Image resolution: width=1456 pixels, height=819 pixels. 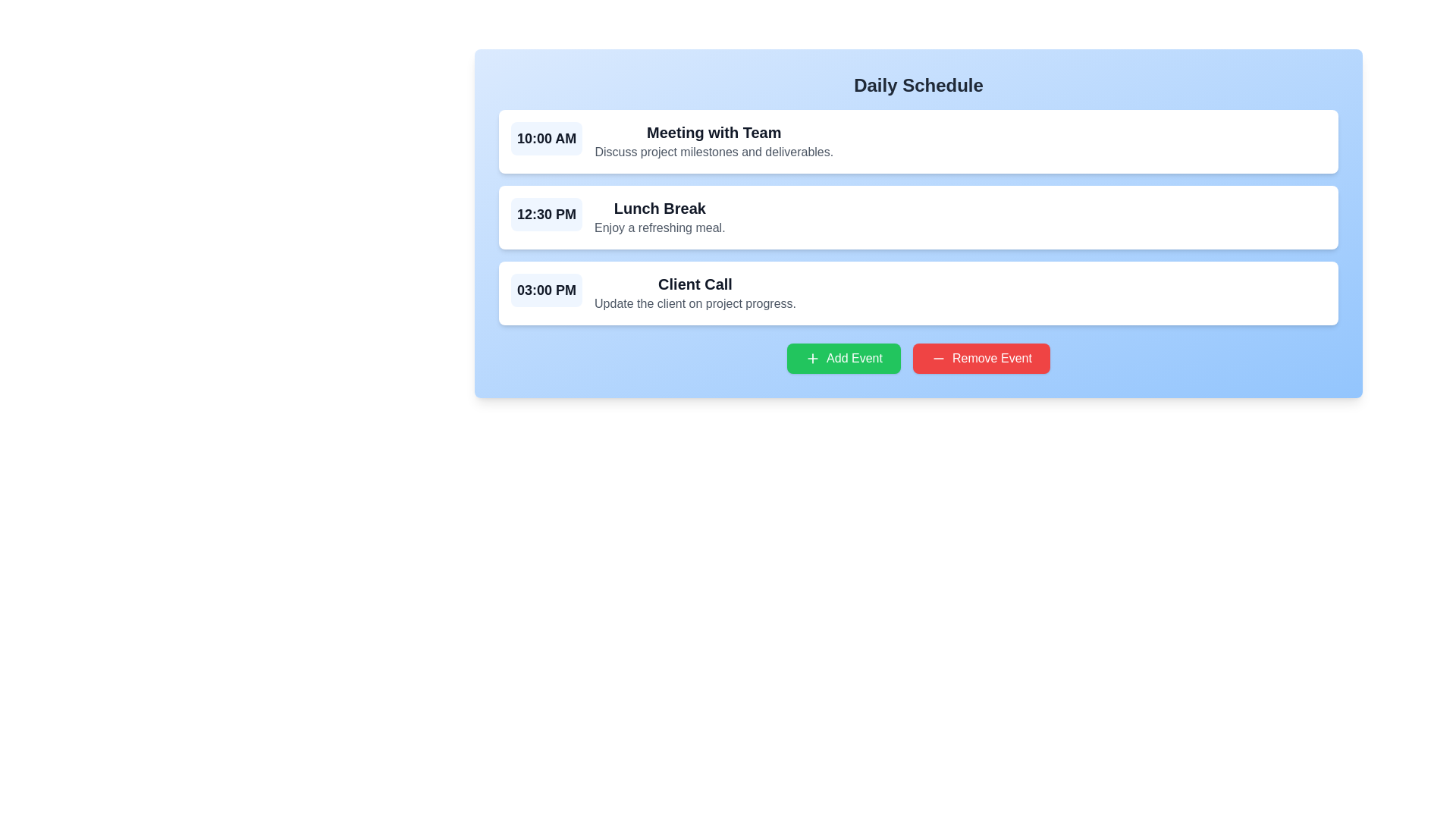 I want to click on text block titled 'Client Call' that provides an update on project progress, located to the right of the time label for '03:00 PM', so click(x=694, y=293).